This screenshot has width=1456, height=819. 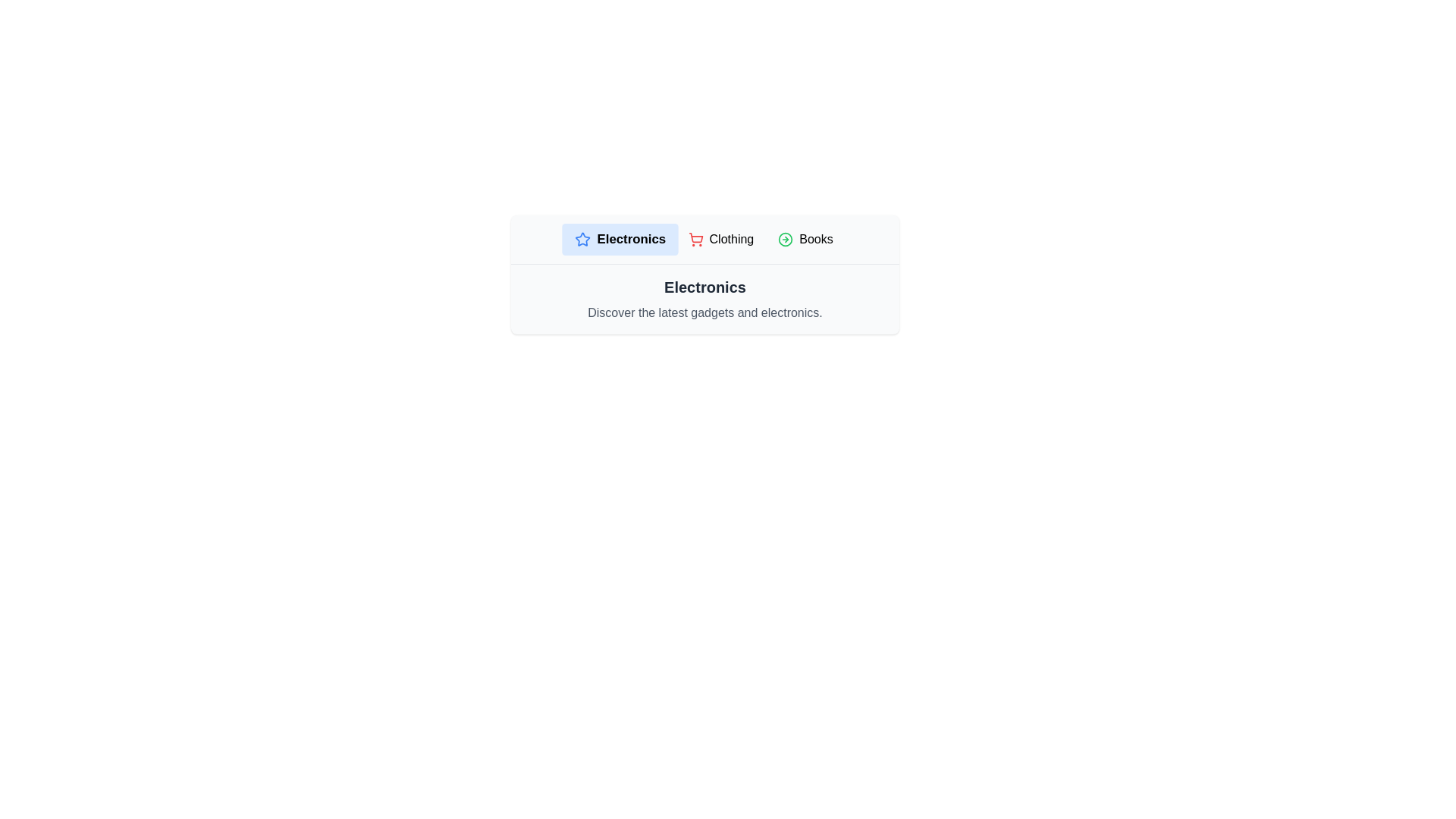 What do you see at coordinates (804, 239) in the screenshot?
I see `the Books tab to select it` at bounding box center [804, 239].